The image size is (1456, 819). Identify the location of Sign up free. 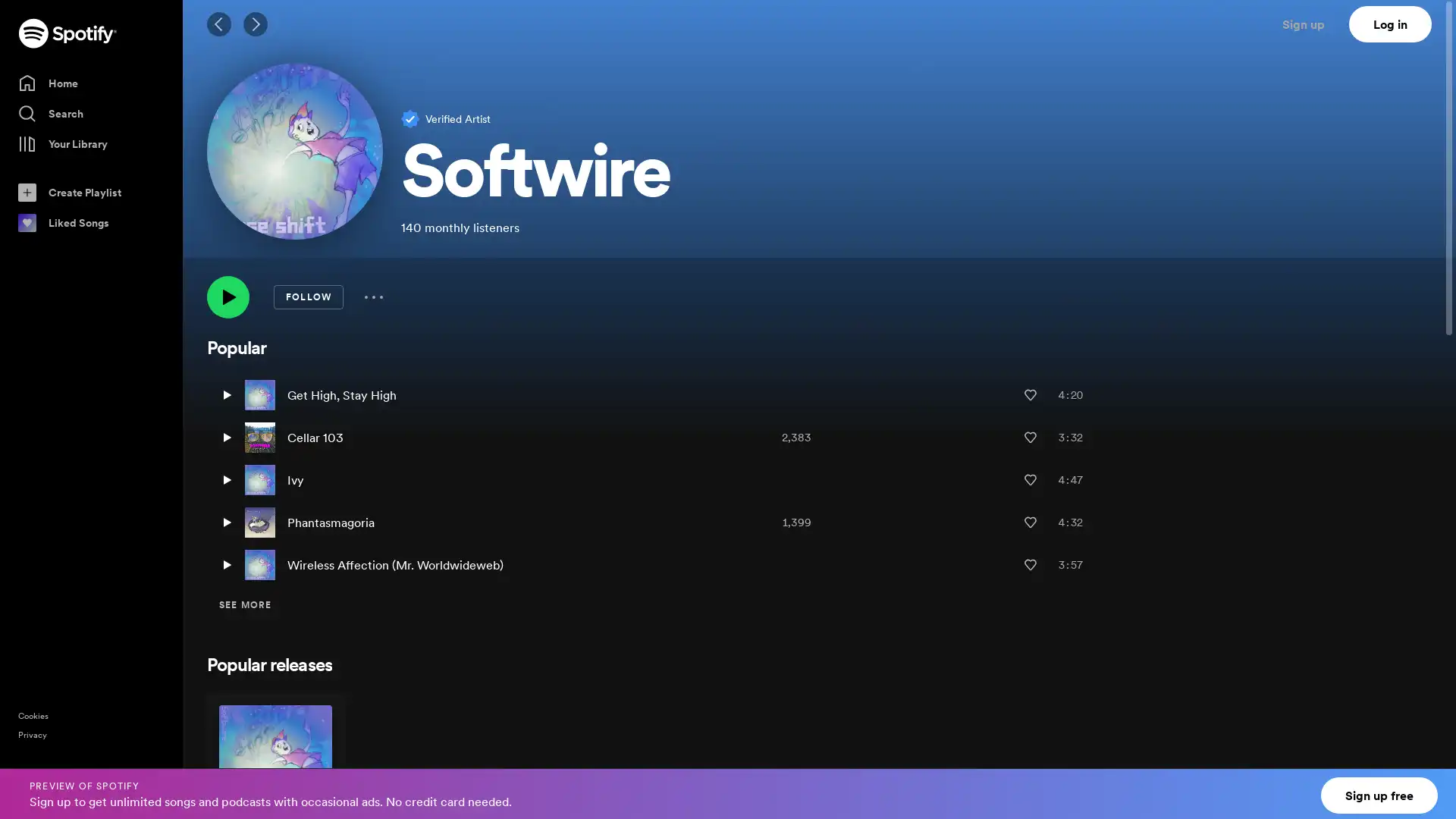
(1379, 795).